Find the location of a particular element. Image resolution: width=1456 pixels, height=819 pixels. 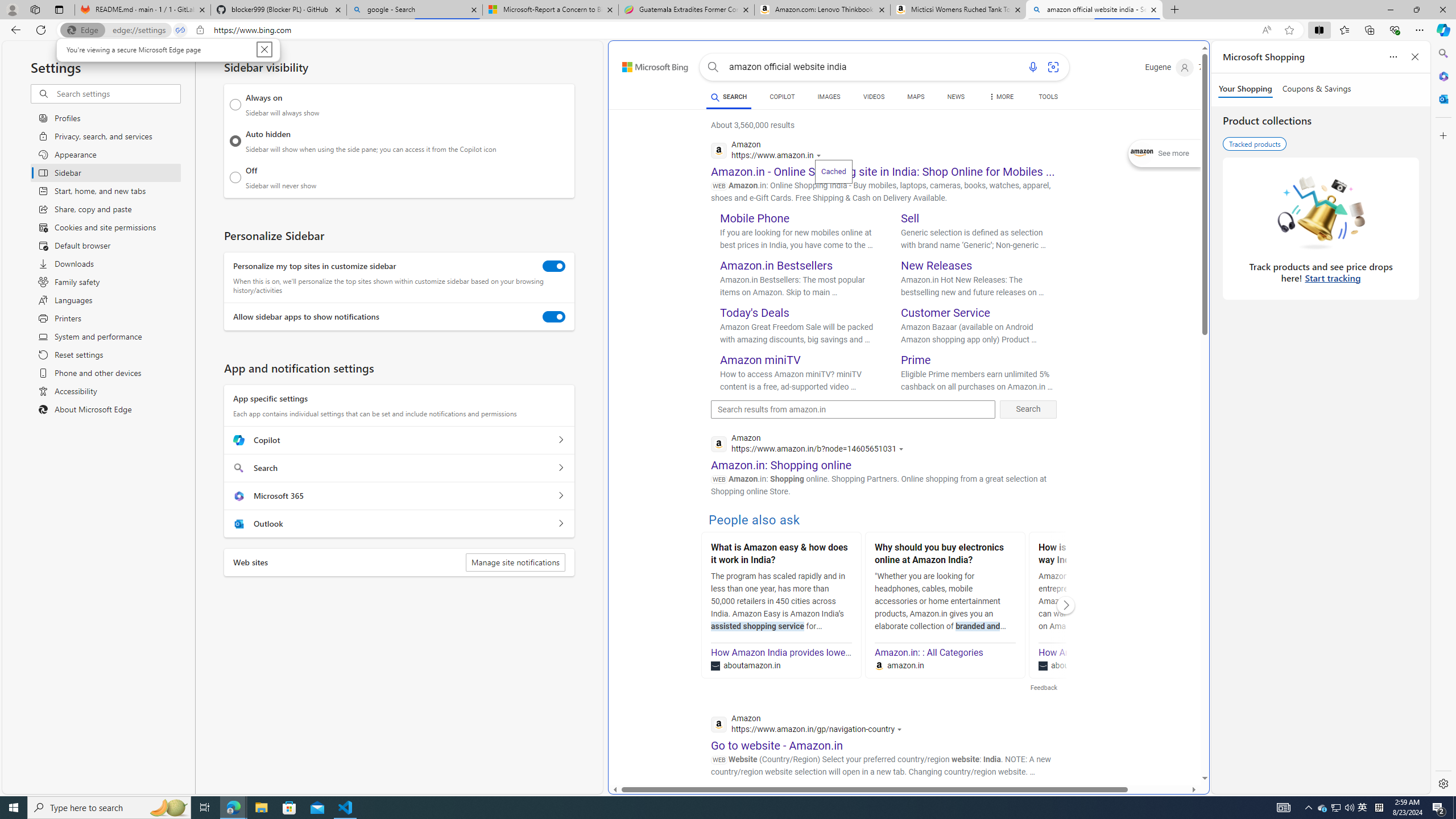

'amazon official website india - Search' is located at coordinates (1094, 9).